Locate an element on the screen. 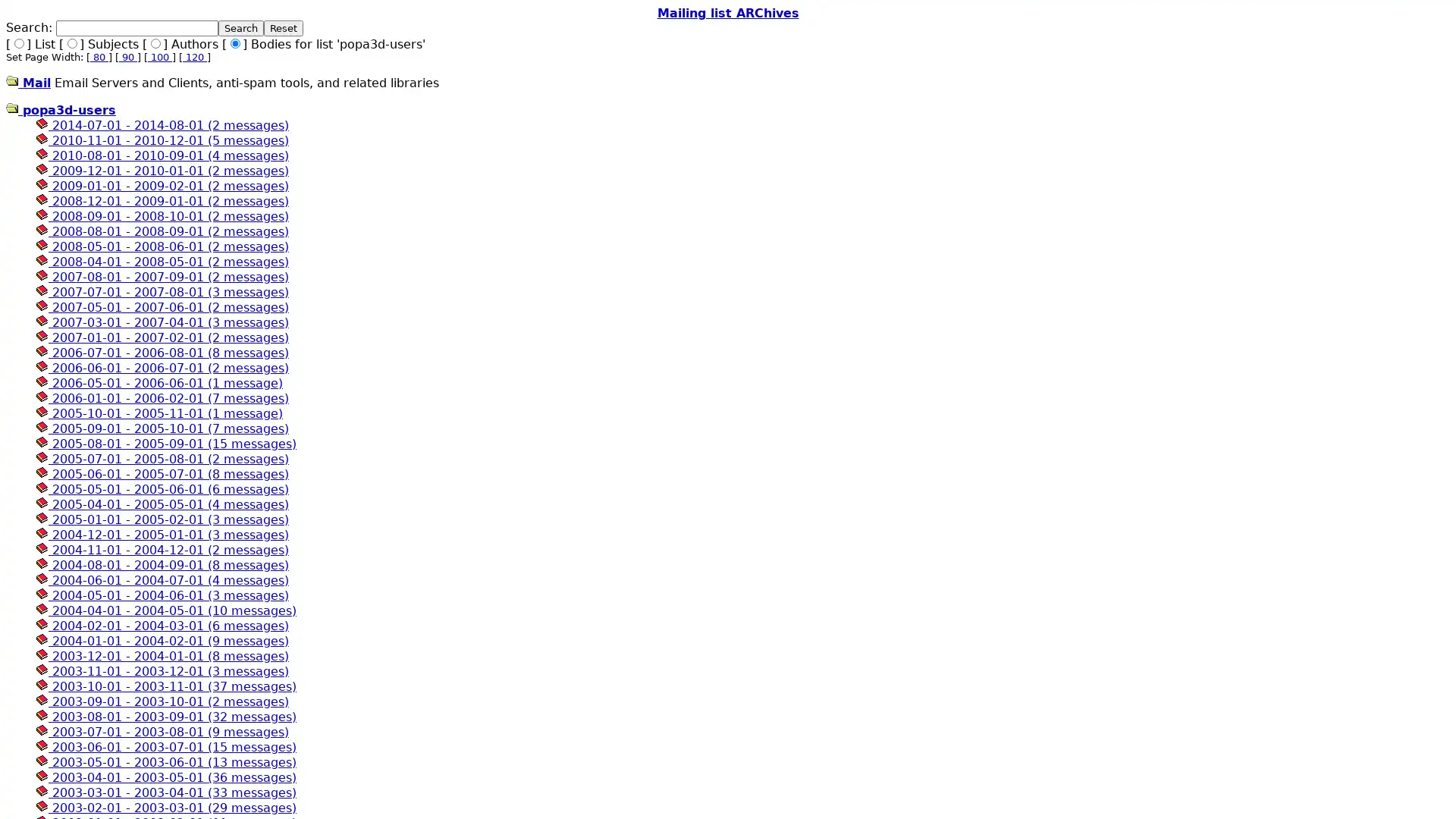 Image resolution: width=1456 pixels, height=819 pixels. Search is located at coordinates (240, 28).